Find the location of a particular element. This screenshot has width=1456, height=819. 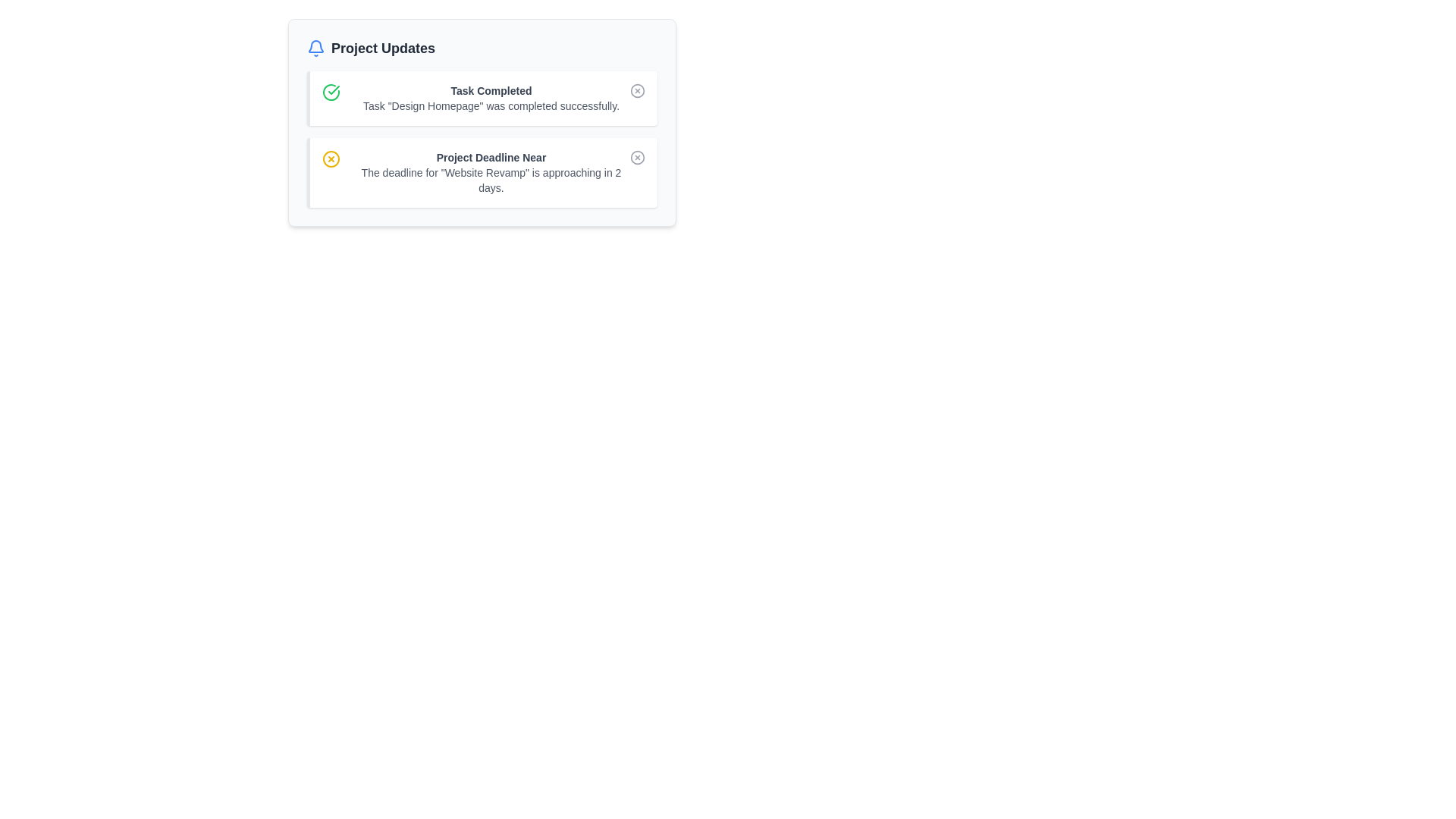

the circular icon located at the far right of the 'Task Completed' notification card is located at coordinates (637, 90).